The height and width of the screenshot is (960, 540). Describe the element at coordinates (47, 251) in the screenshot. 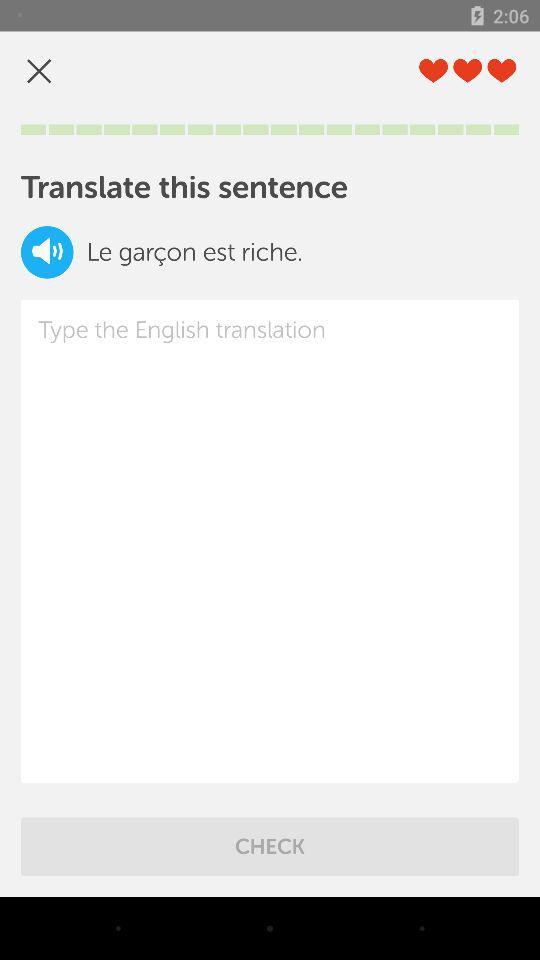

I see `item to the left of the le` at that location.